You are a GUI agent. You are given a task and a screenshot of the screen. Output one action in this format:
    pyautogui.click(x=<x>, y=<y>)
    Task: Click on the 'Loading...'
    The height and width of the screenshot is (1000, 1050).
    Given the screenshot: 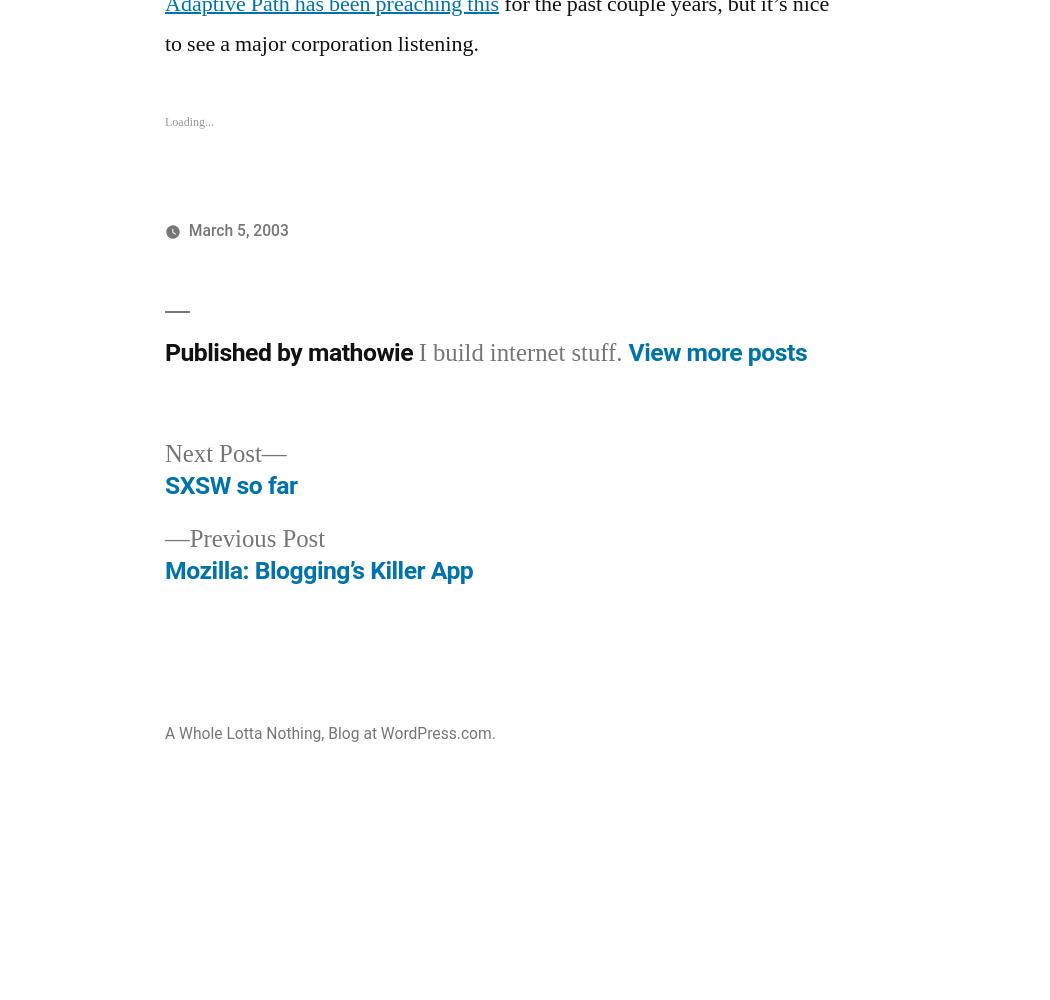 What is the action you would take?
    pyautogui.click(x=164, y=120)
    